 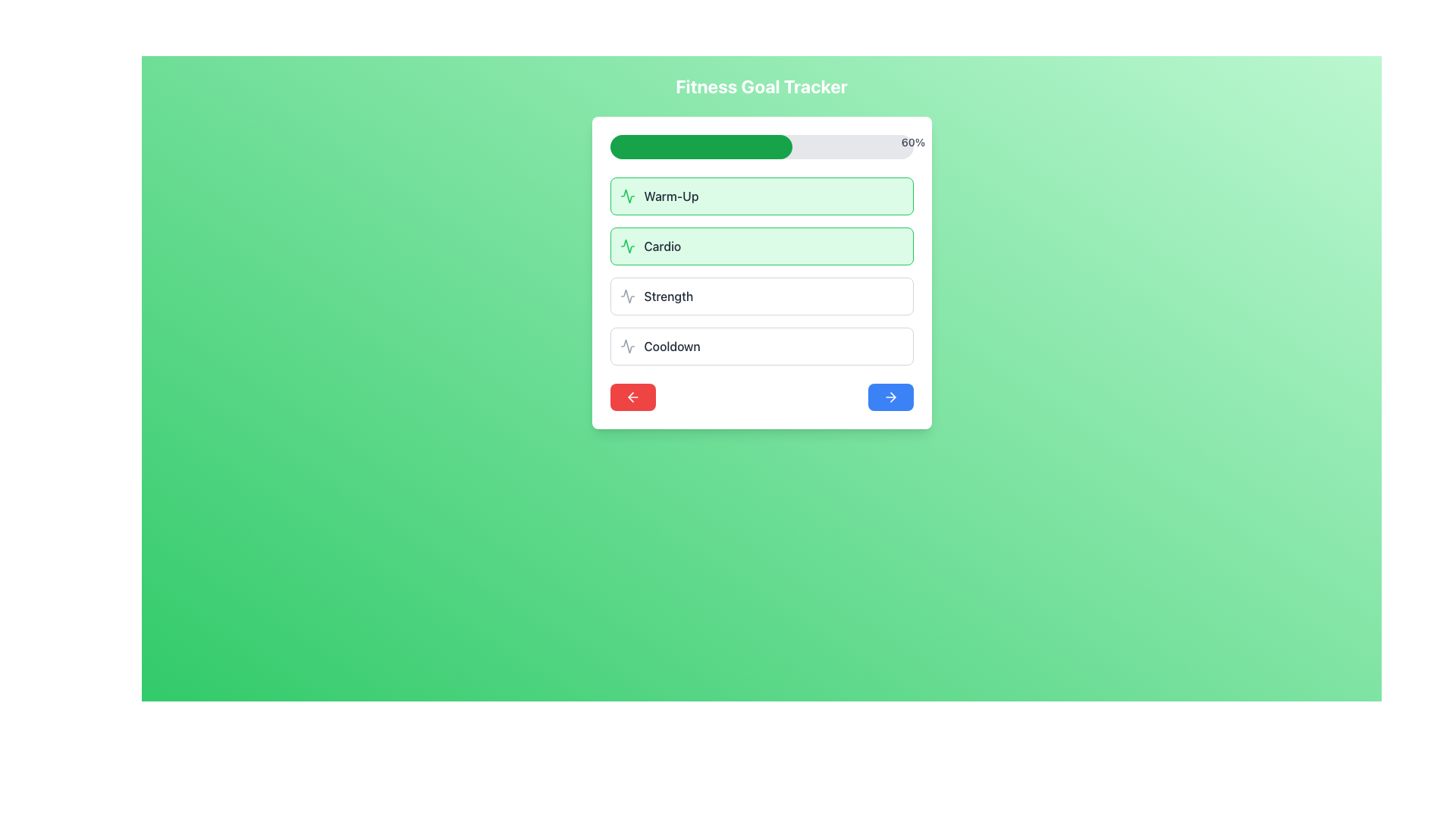 What do you see at coordinates (627, 296) in the screenshot?
I see `the 'Strength' icon located within the 'Strength' card, positioned to the left of the text label 'Strength'` at bounding box center [627, 296].